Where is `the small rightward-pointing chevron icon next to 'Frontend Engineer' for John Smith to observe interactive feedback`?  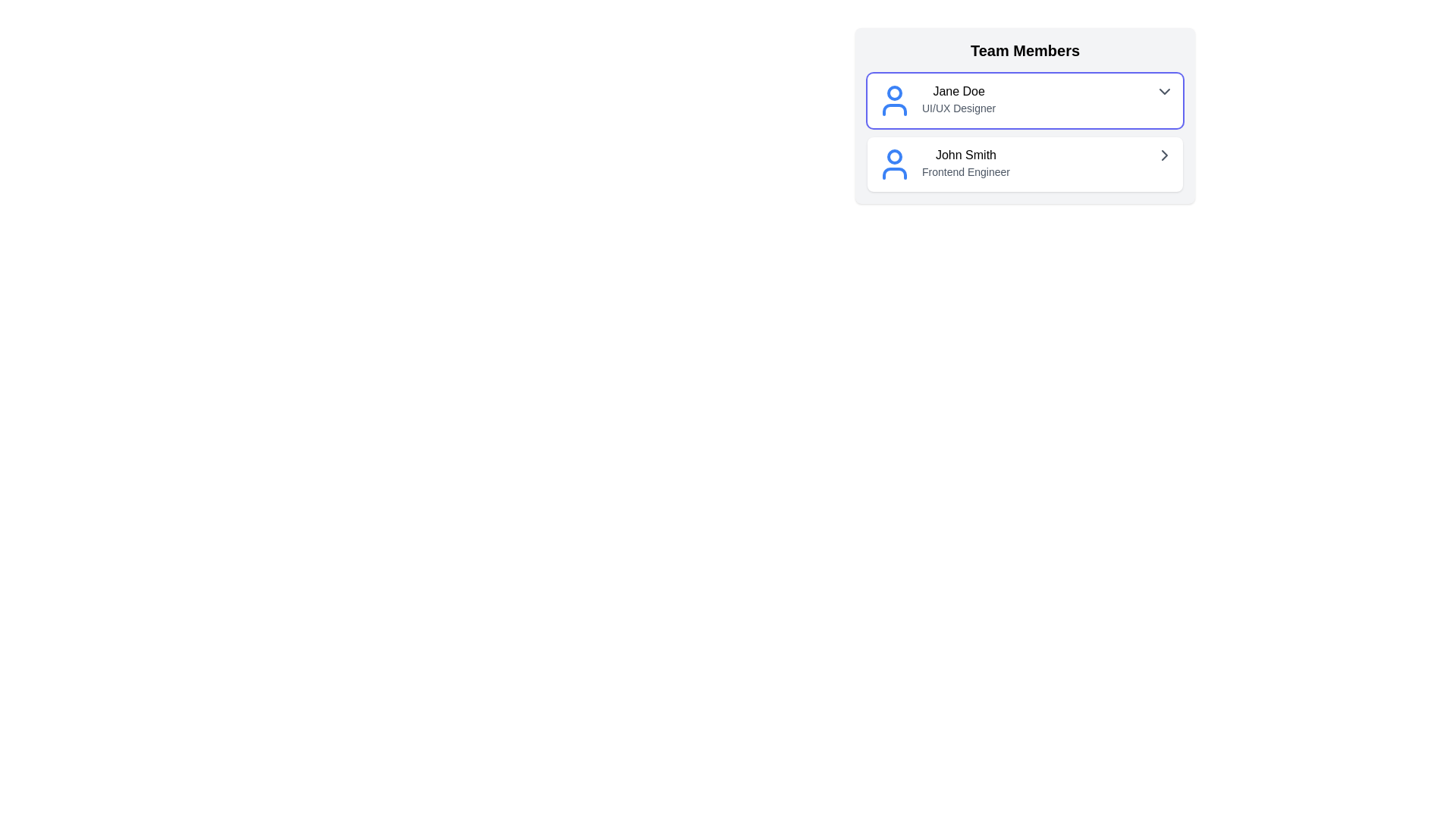 the small rightward-pointing chevron icon next to 'Frontend Engineer' for John Smith to observe interactive feedback is located at coordinates (1164, 155).